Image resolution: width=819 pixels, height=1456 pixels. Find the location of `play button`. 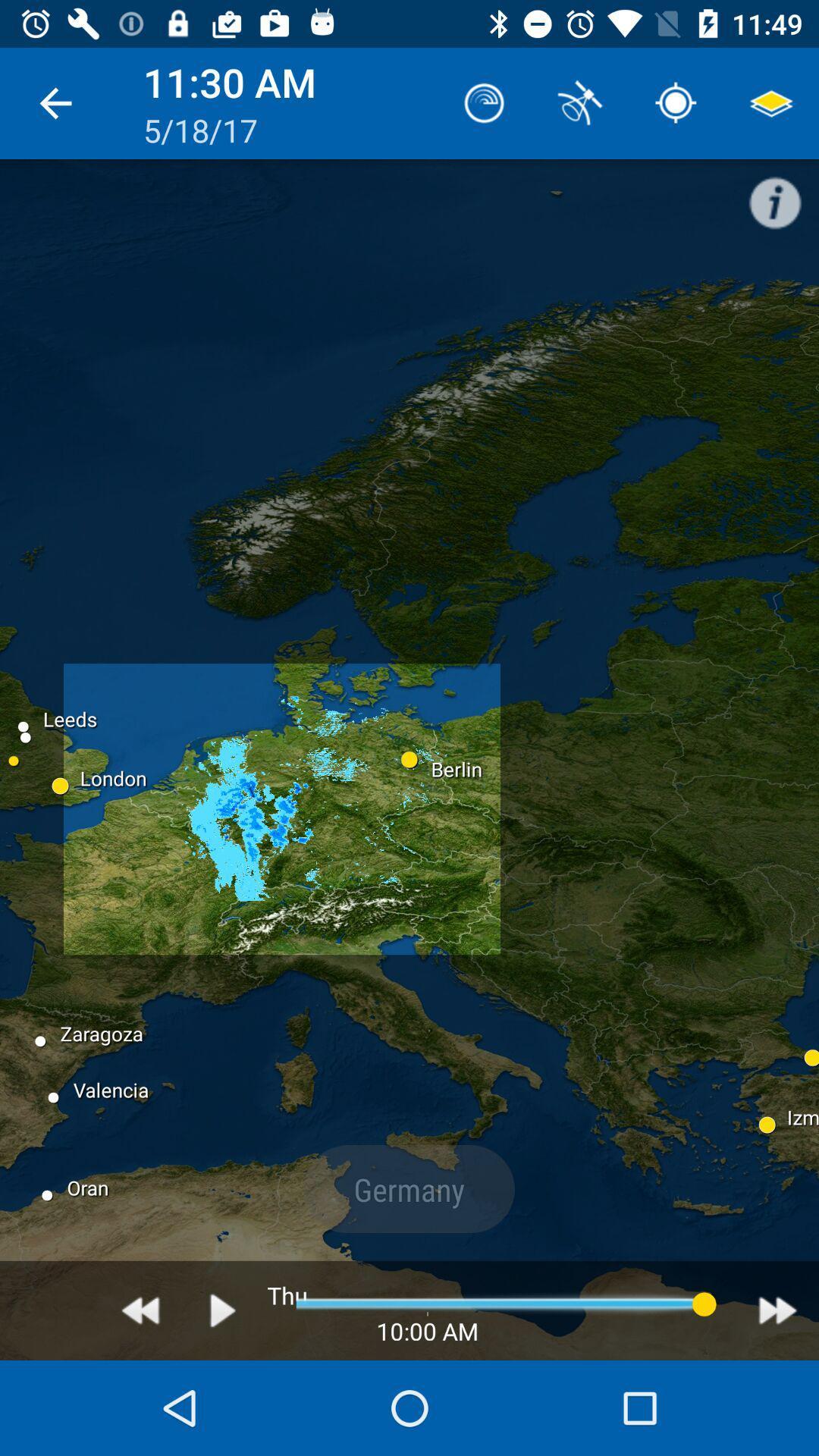

play button is located at coordinates (223, 1310).